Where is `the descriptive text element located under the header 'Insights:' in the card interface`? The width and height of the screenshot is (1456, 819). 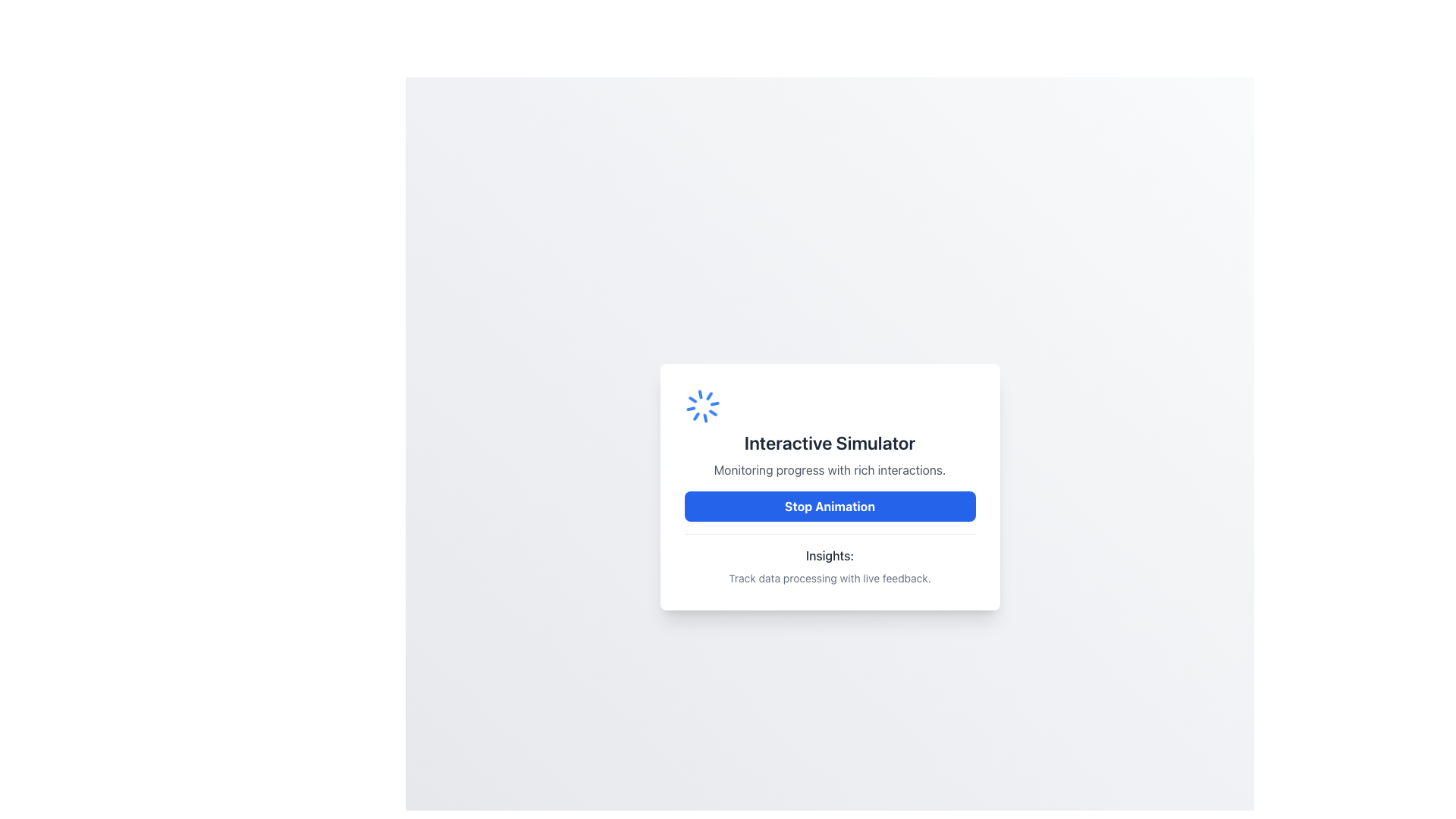
the descriptive text element located under the header 'Insights:' in the card interface is located at coordinates (829, 578).